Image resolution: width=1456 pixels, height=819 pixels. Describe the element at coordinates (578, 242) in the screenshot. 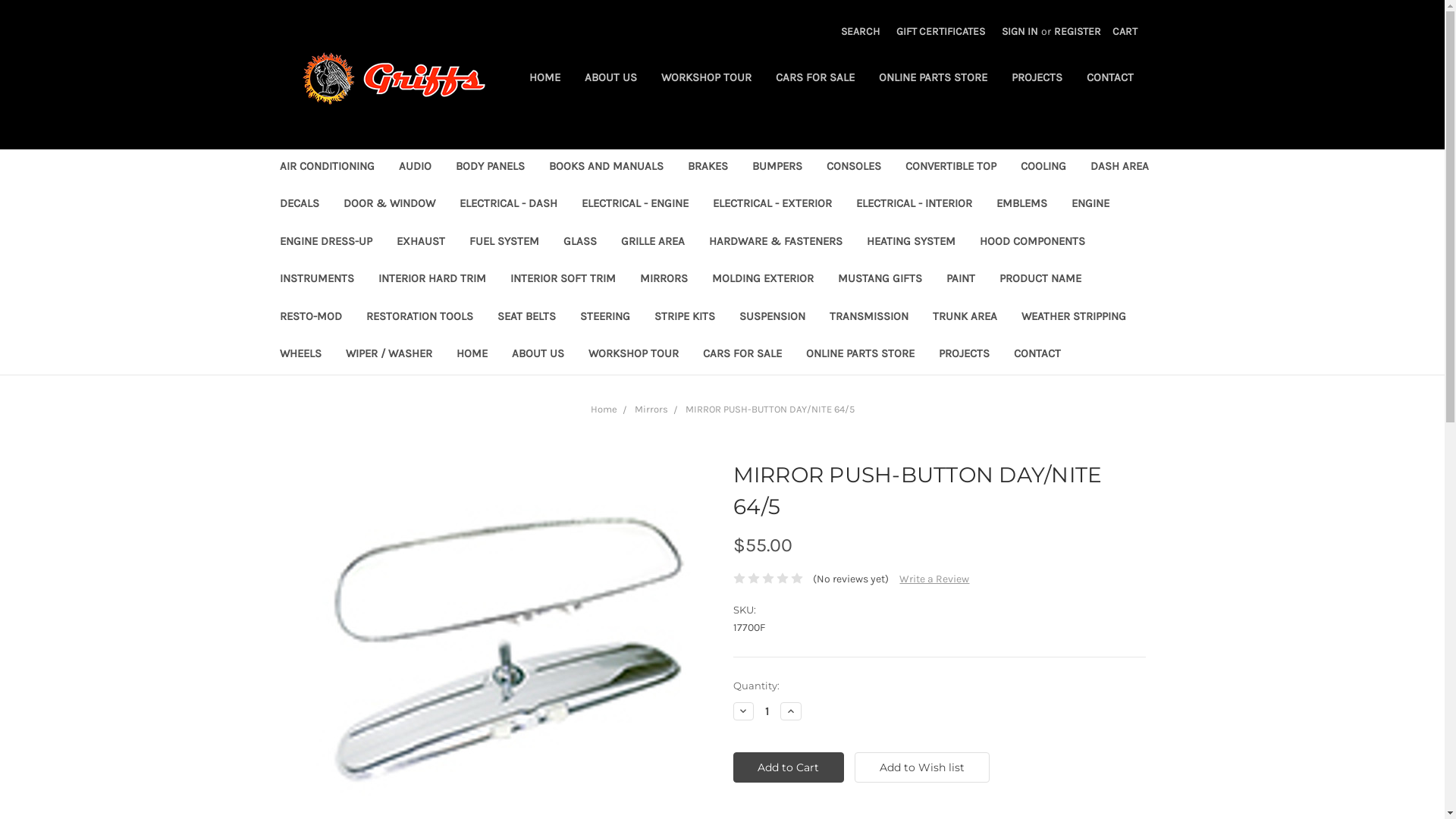

I see `'GLASS'` at that location.